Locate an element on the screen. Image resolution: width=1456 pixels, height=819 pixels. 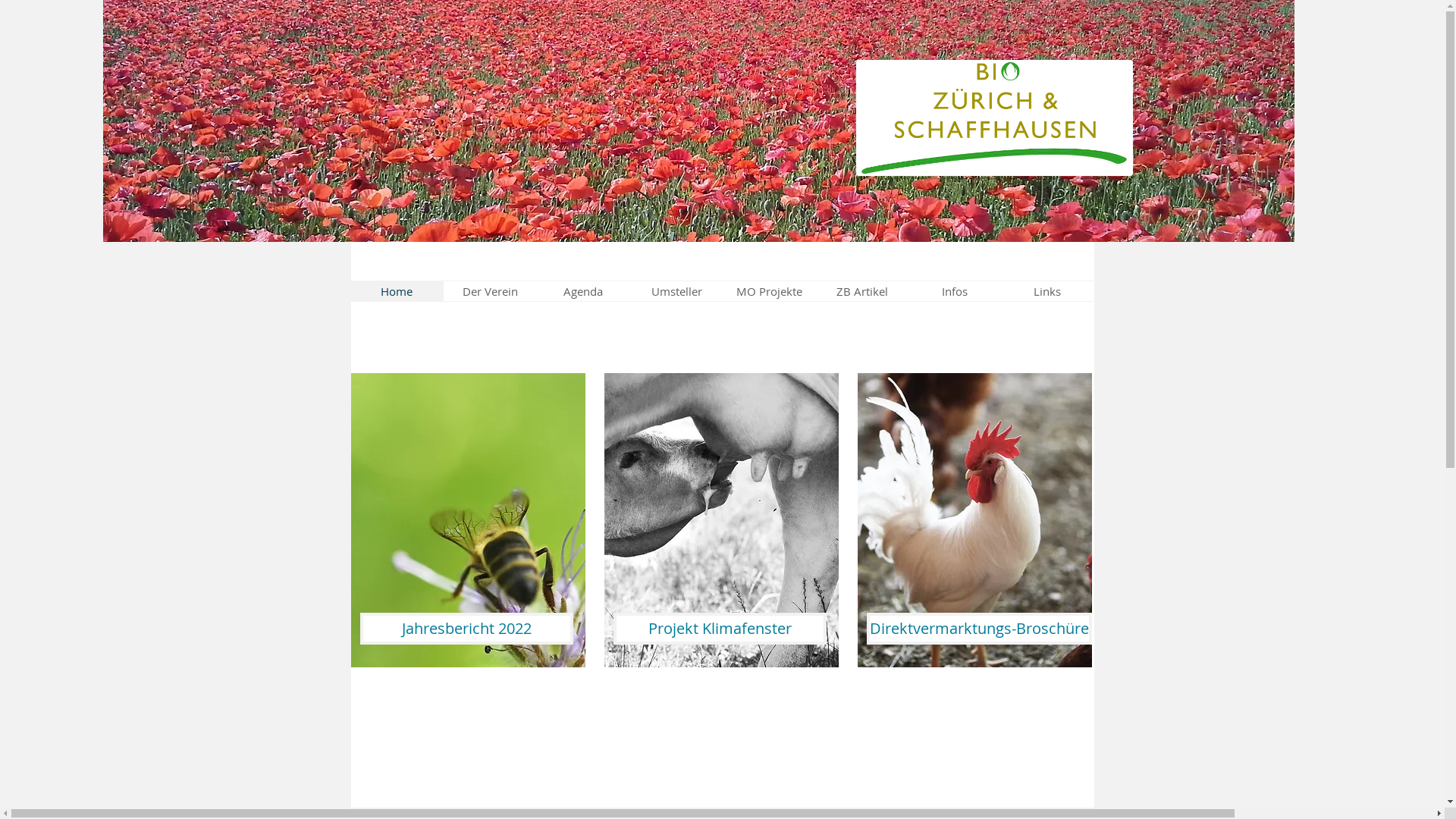
'Agenda' is located at coordinates (582, 291).